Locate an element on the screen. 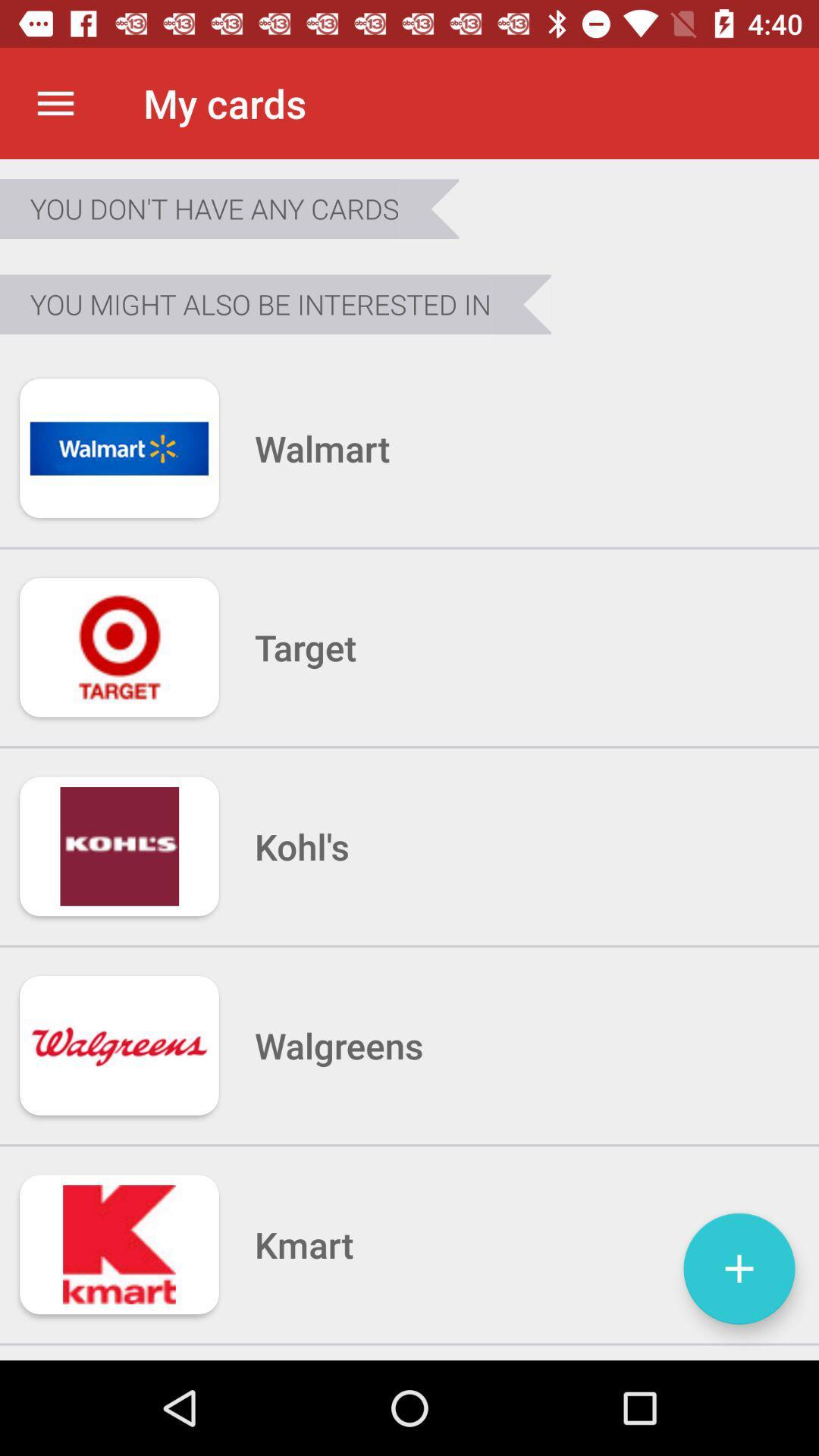  the add icon is located at coordinates (739, 1269).